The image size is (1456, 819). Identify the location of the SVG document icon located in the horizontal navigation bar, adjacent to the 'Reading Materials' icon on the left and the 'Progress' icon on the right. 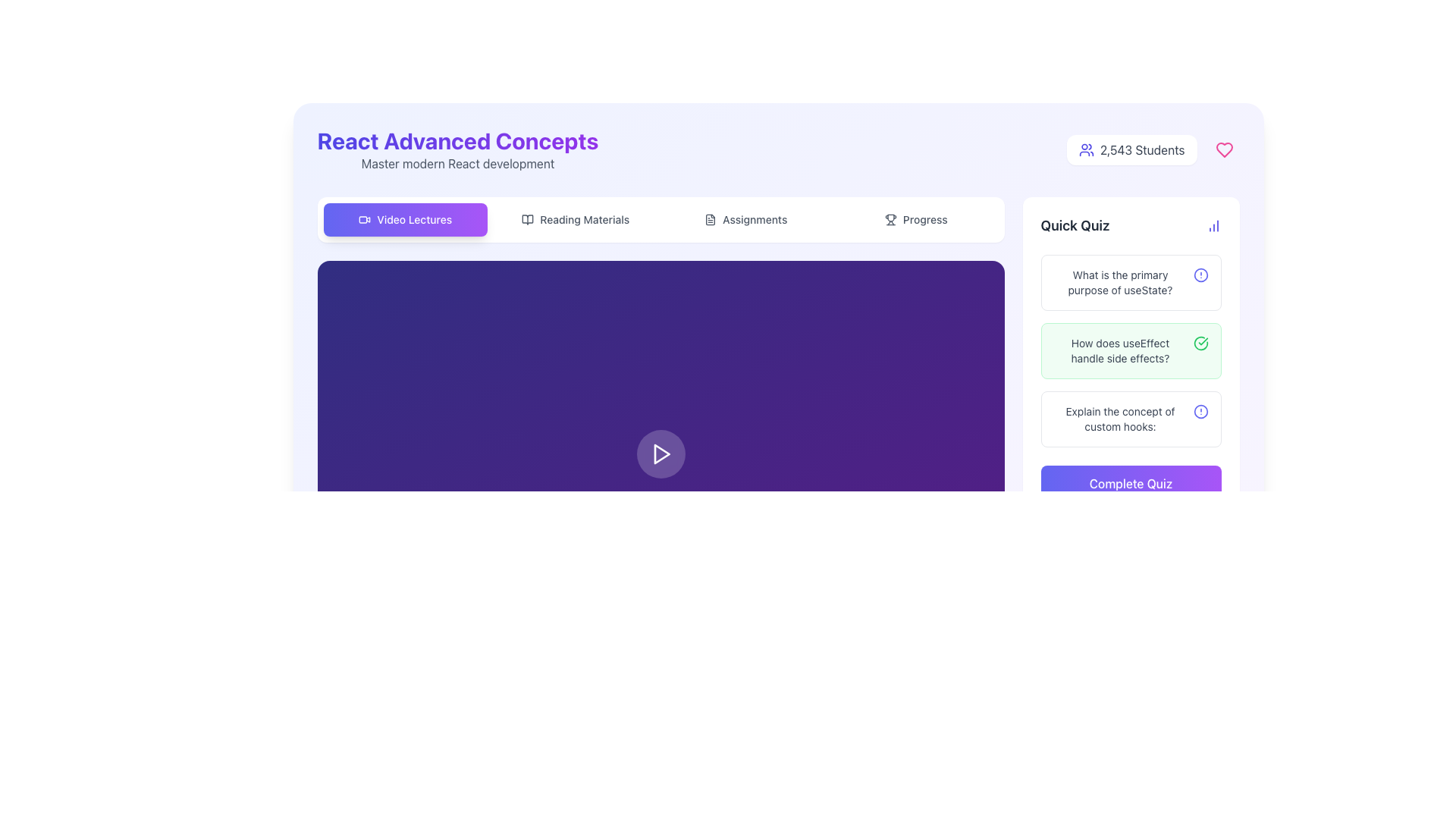
(710, 219).